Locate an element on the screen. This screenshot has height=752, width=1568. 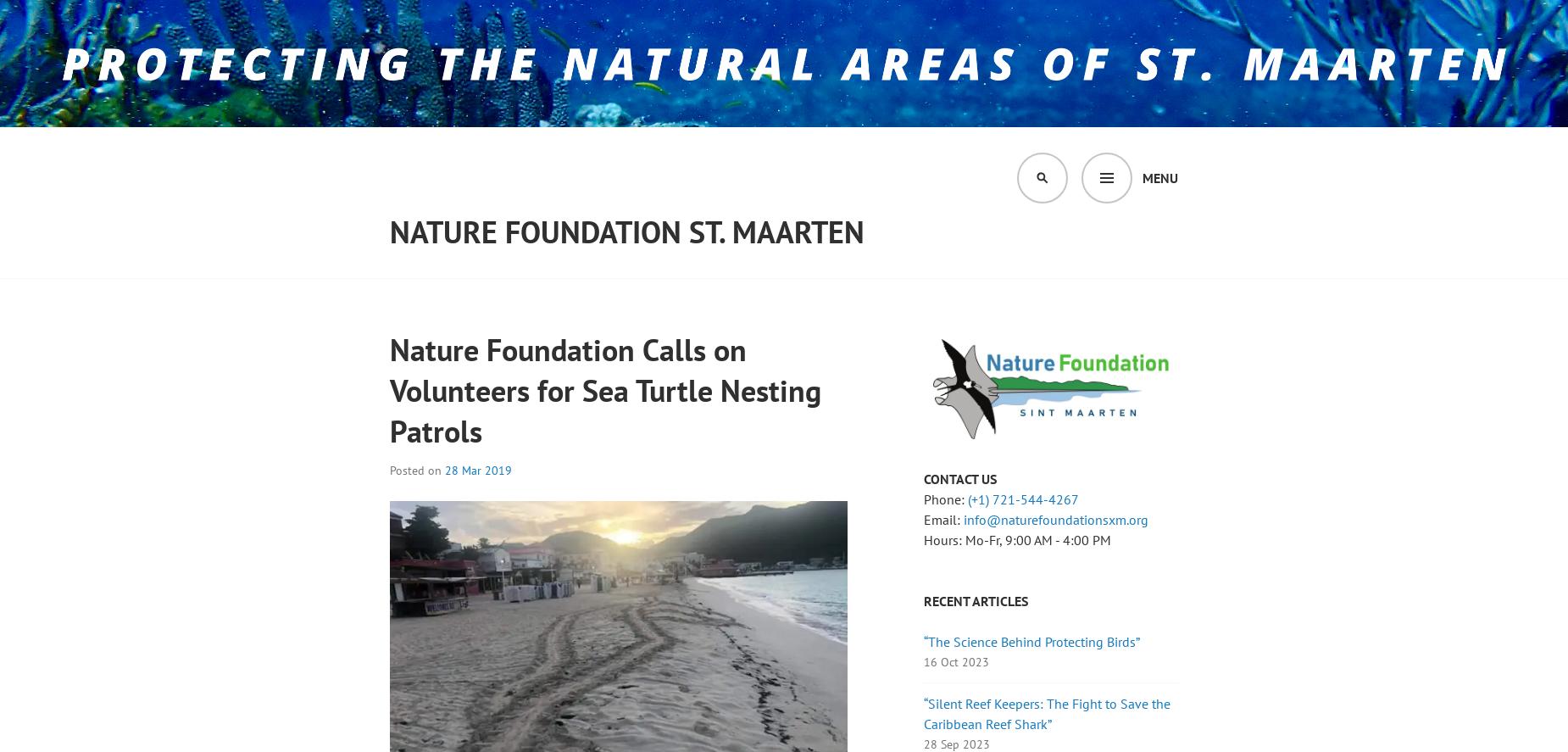
'16 Oct 2023' is located at coordinates (923, 661).